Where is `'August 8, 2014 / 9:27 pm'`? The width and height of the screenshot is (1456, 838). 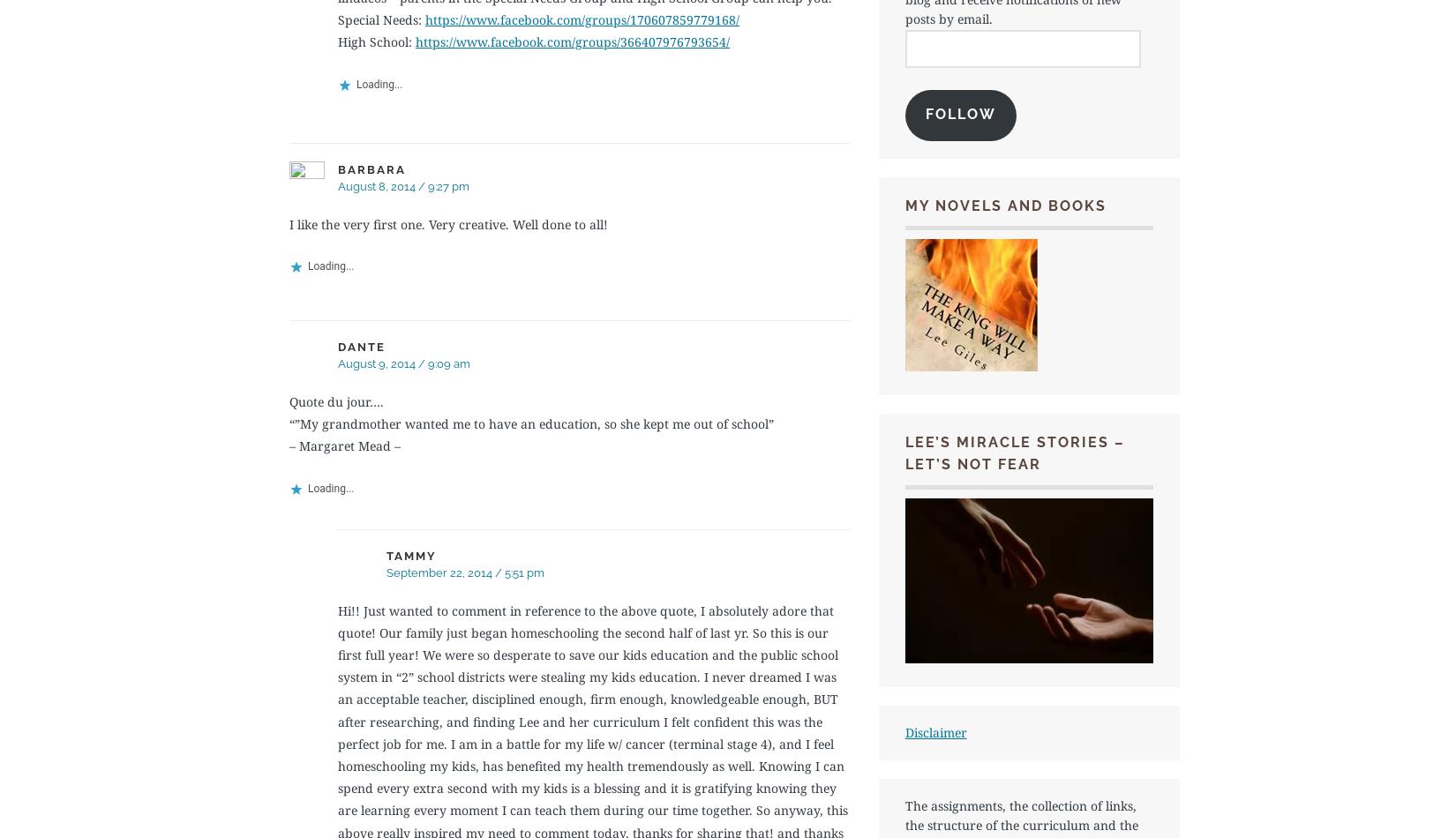 'August 8, 2014 / 9:27 pm' is located at coordinates (402, 186).